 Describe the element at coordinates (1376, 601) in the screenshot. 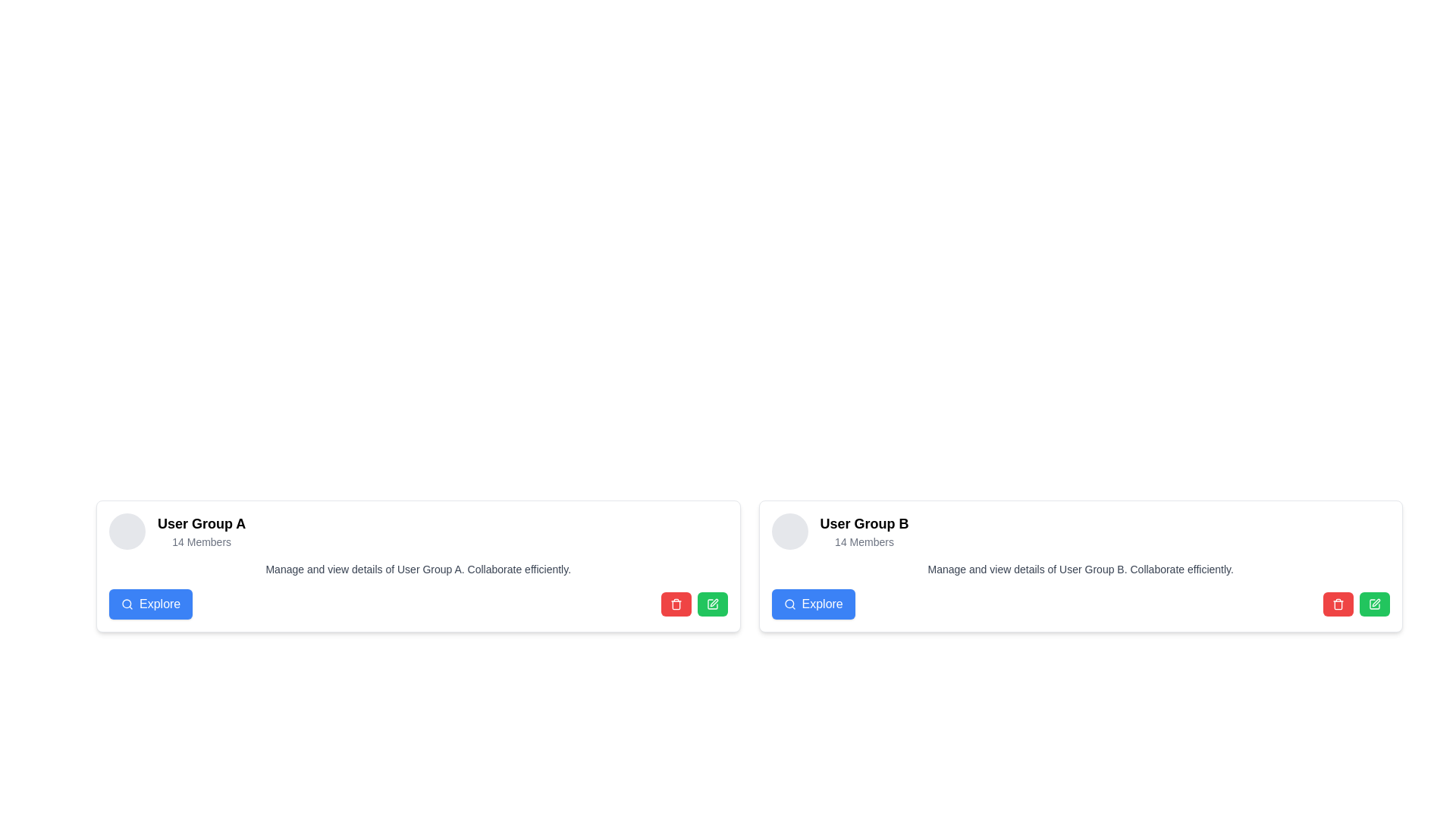

I see `the graphical icon located in the lower right corner of the 'User Group B' card` at that location.